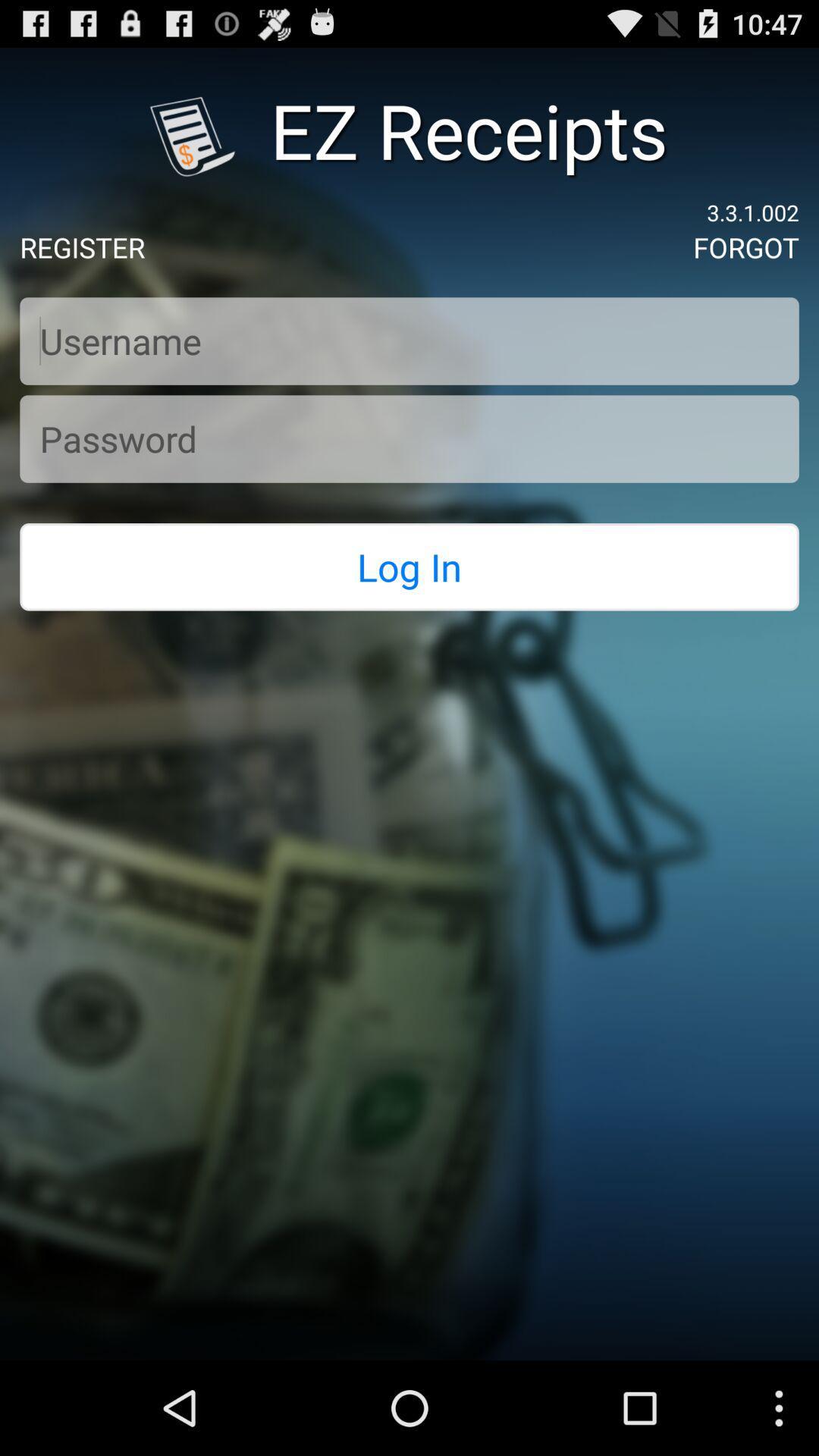  What do you see at coordinates (409, 438) in the screenshot?
I see `textbox to fill password` at bounding box center [409, 438].